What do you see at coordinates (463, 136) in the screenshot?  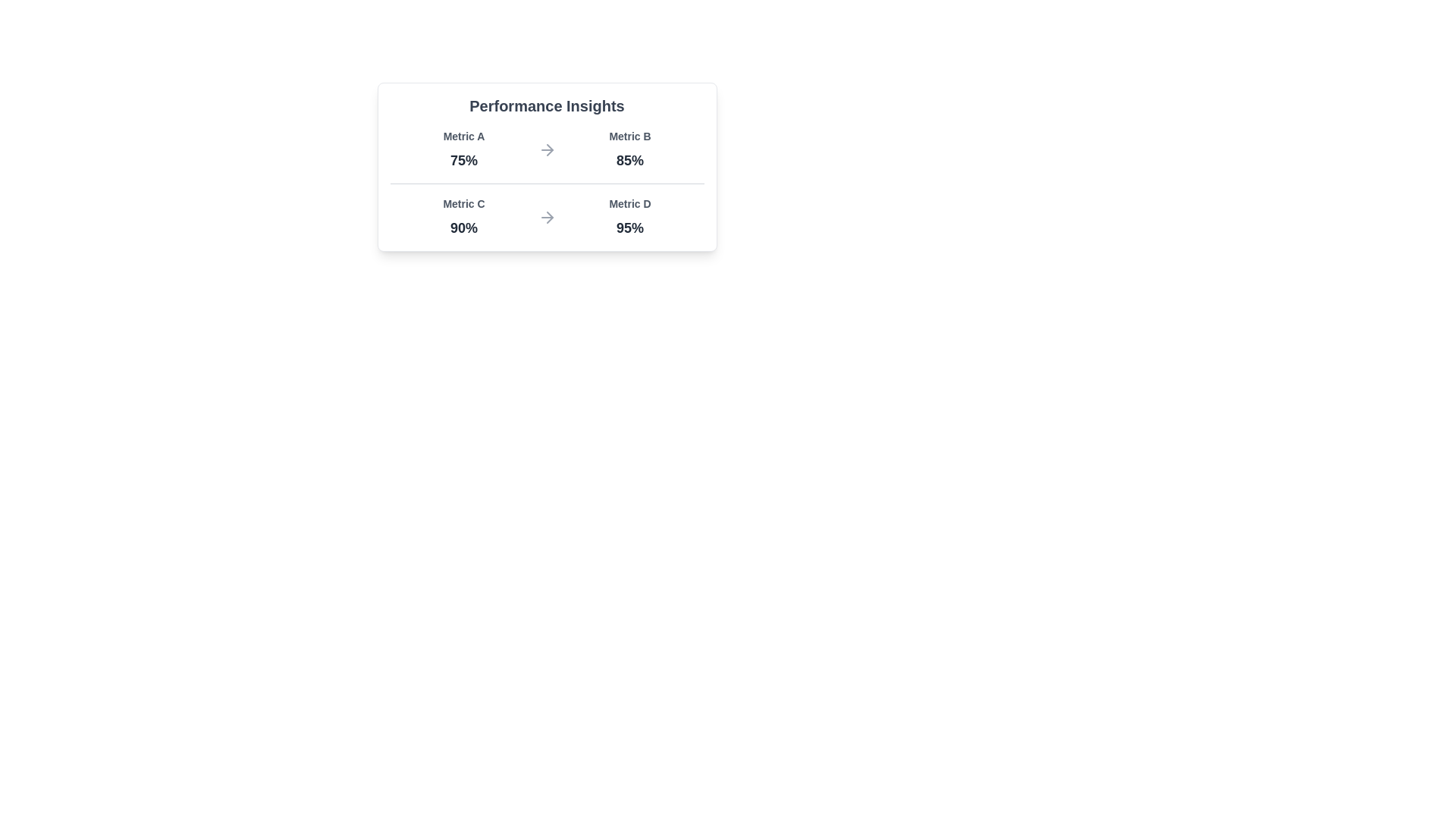 I see `the static text label that describes a numeric metric value in the 'Performance Insights' card layout, positioned in the top-left quadrant above the percentage value '75%'` at bounding box center [463, 136].